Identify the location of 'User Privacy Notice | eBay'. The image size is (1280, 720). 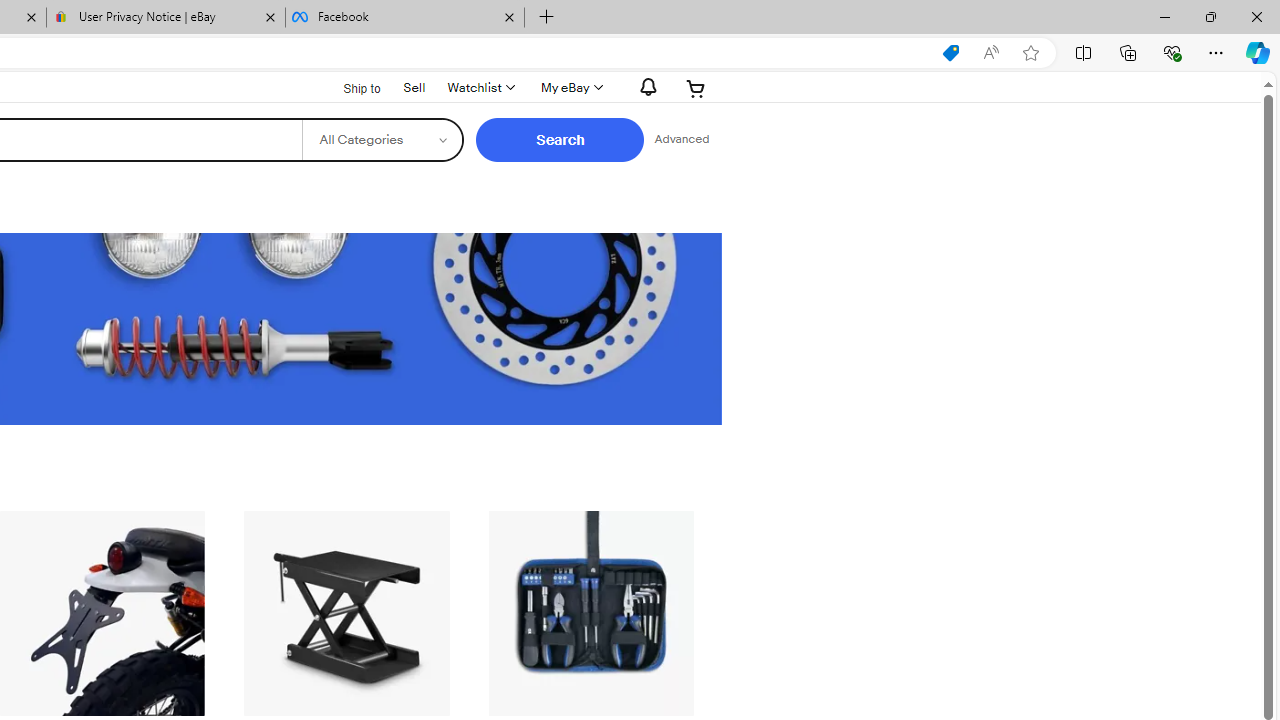
(166, 17).